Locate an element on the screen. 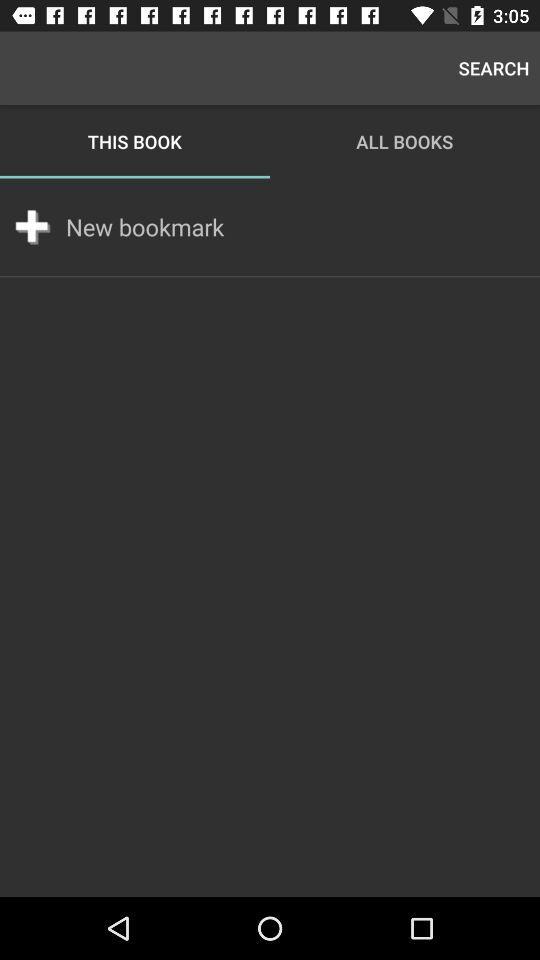 The image size is (540, 960). app next to this book icon is located at coordinates (493, 68).